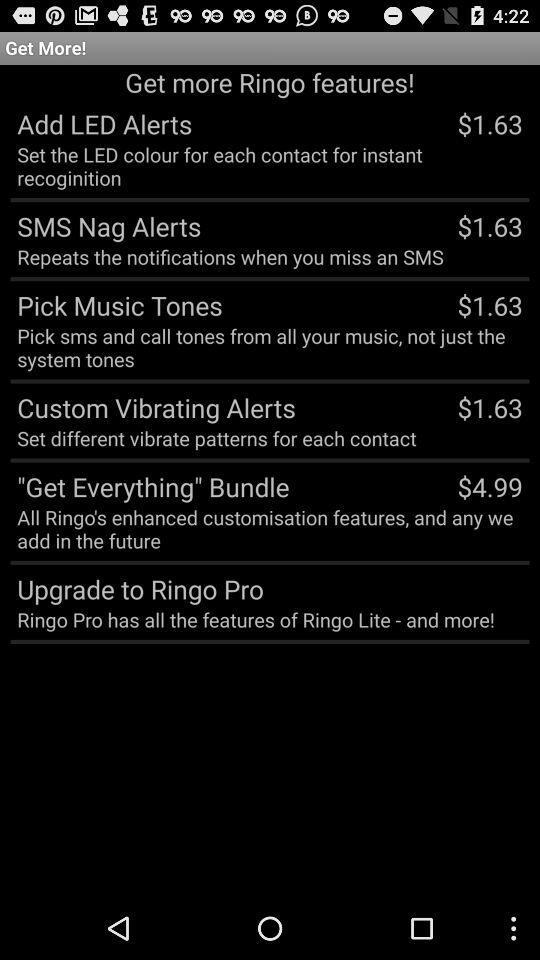  I want to click on icon above all ringo s icon, so click(149, 485).